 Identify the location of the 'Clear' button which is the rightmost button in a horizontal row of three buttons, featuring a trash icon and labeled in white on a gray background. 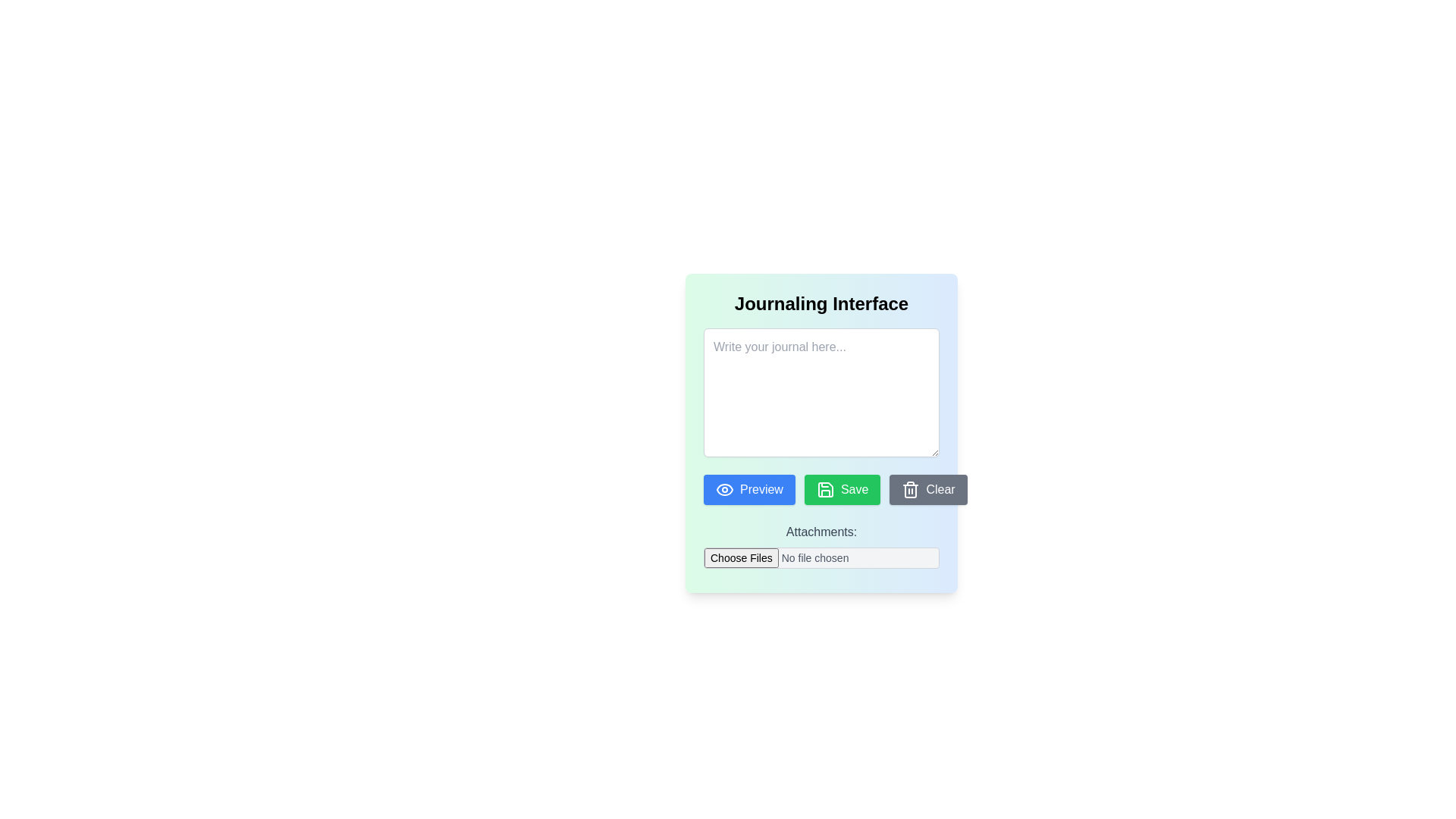
(927, 489).